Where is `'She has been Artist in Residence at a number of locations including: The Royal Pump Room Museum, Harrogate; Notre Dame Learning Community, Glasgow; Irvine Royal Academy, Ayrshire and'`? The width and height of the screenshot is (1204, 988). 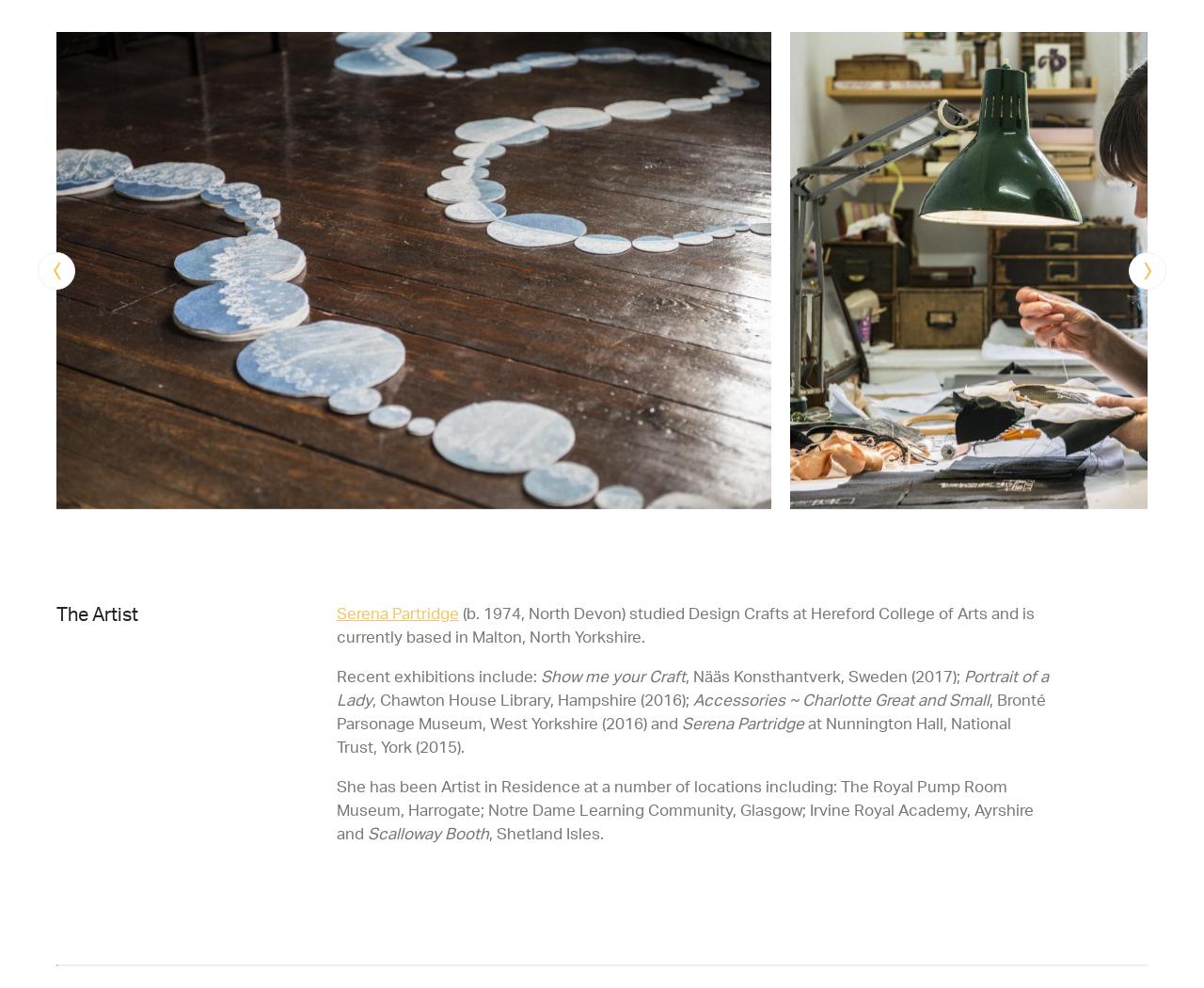
'She has been Artist in Residence at a number of locations including: The Royal Pump Room Museum, Harrogate; Notre Dame Learning Community, Glasgow; Irvine Royal Academy, Ayrshire and' is located at coordinates (683, 808).